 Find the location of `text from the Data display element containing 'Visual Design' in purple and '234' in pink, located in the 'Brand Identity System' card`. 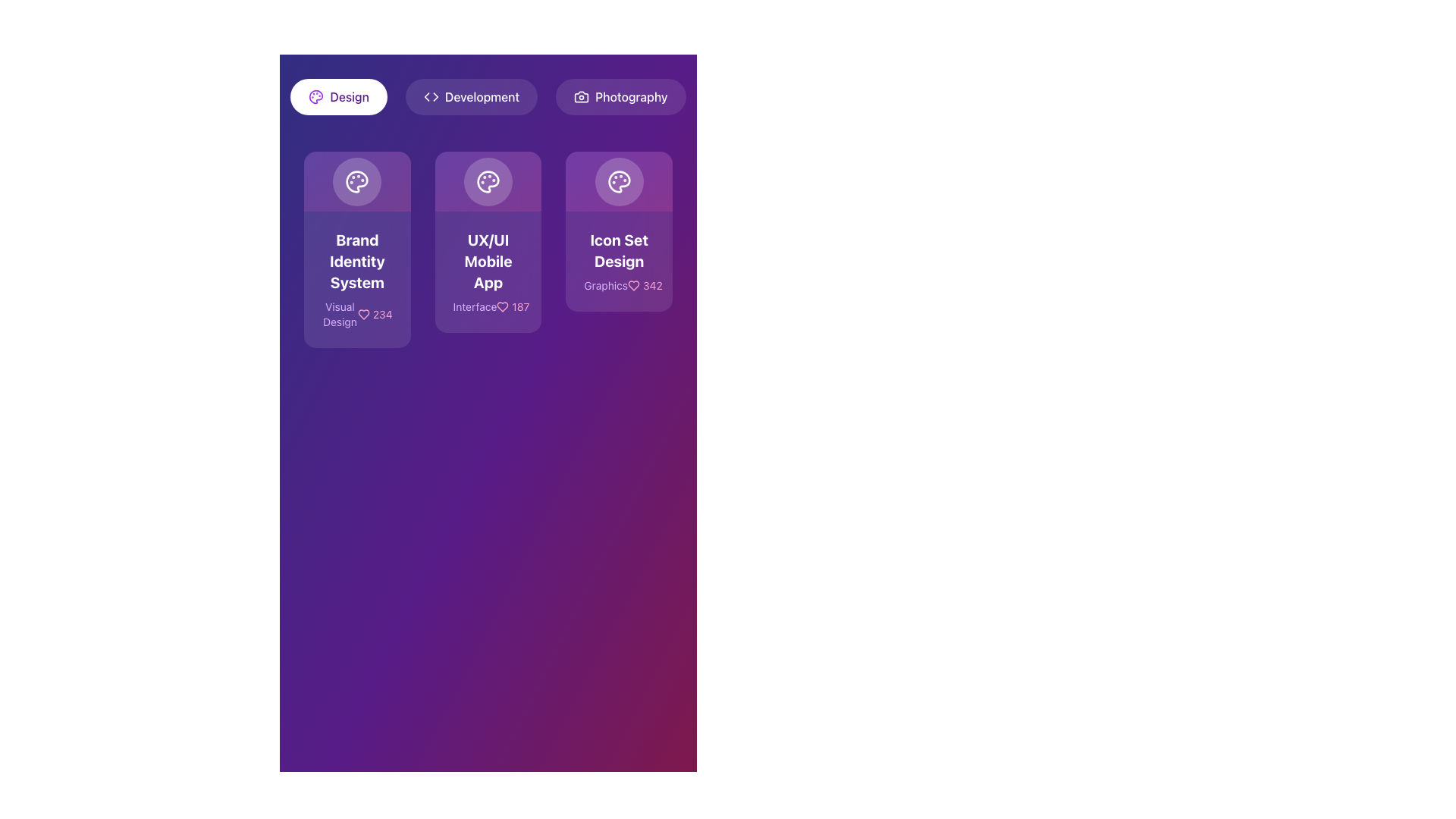

text from the Data display element containing 'Visual Design' in purple and '234' in pink, located in the 'Brand Identity System' card is located at coordinates (356, 314).